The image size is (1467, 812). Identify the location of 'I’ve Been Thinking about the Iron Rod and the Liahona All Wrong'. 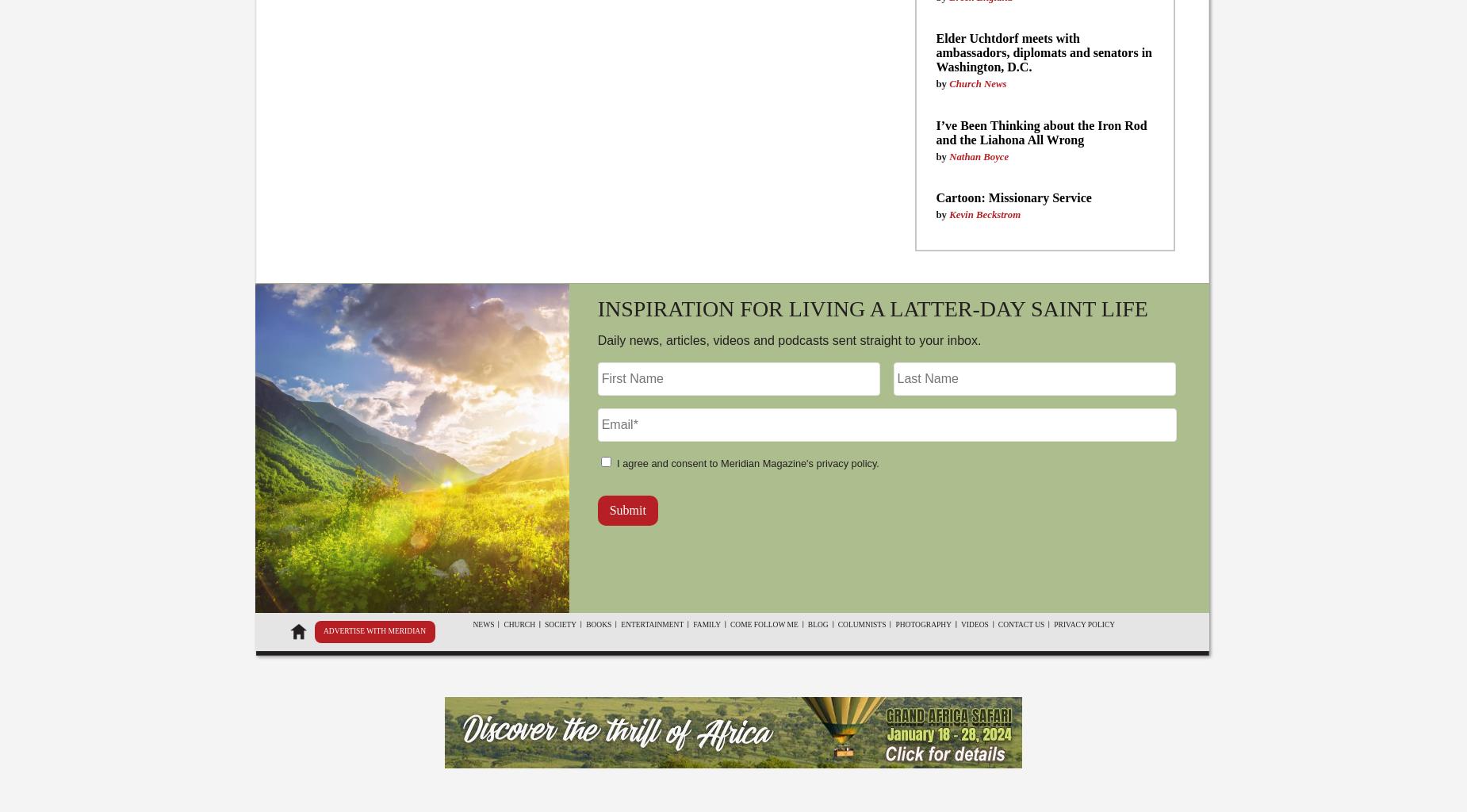
(1040, 131).